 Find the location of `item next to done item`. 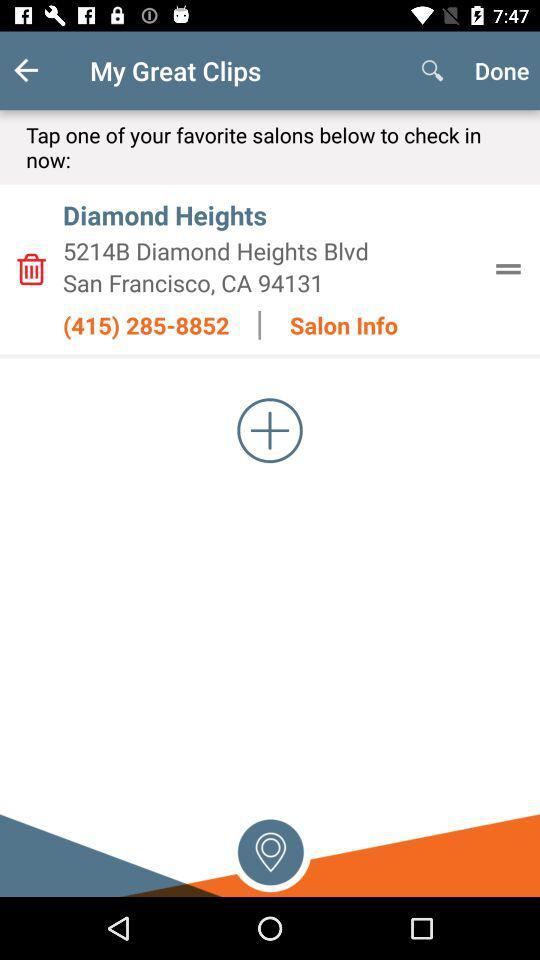

item next to done item is located at coordinates (431, 70).